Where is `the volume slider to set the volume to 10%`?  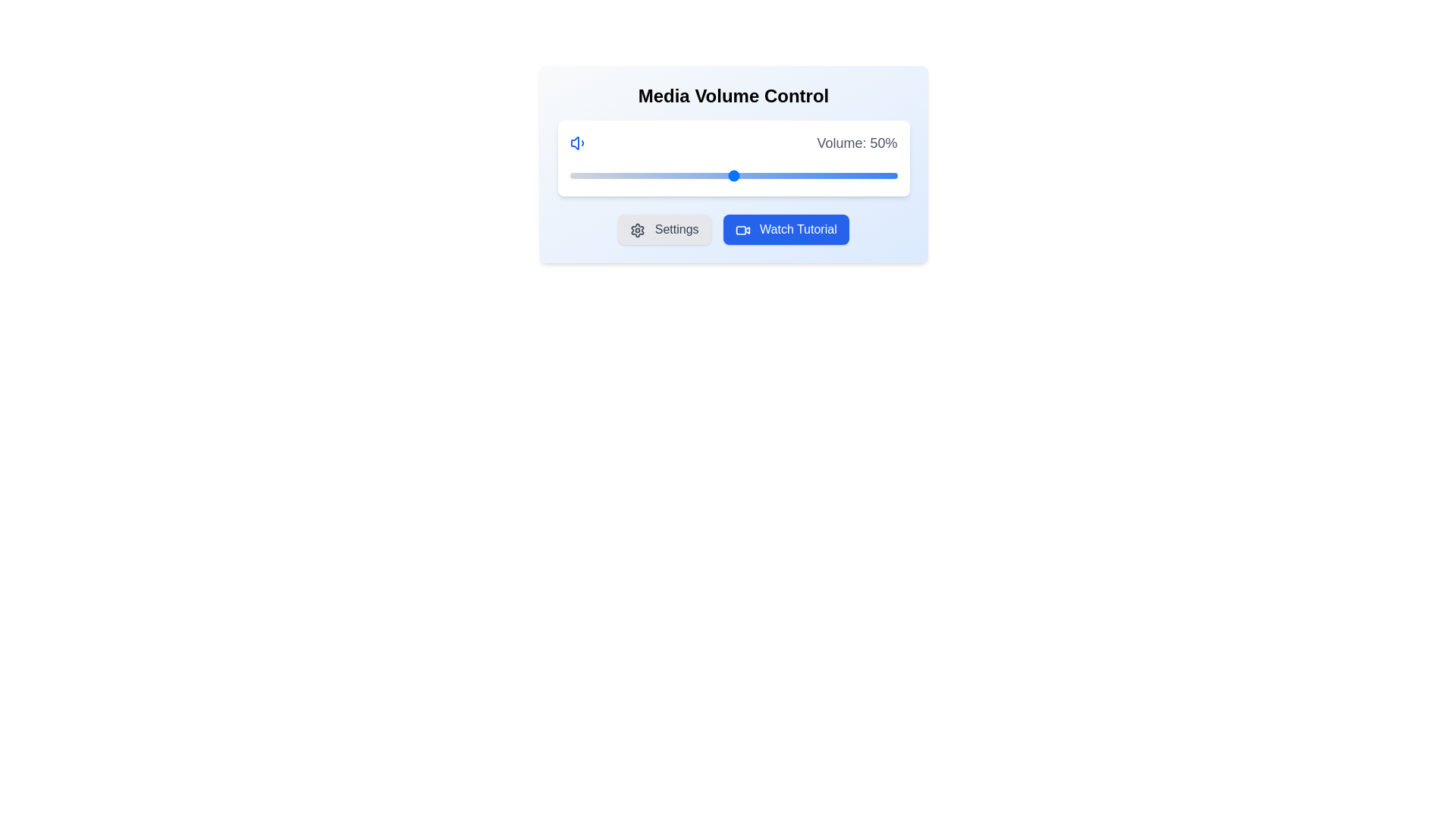 the volume slider to set the volume to 10% is located at coordinates (601, 174).